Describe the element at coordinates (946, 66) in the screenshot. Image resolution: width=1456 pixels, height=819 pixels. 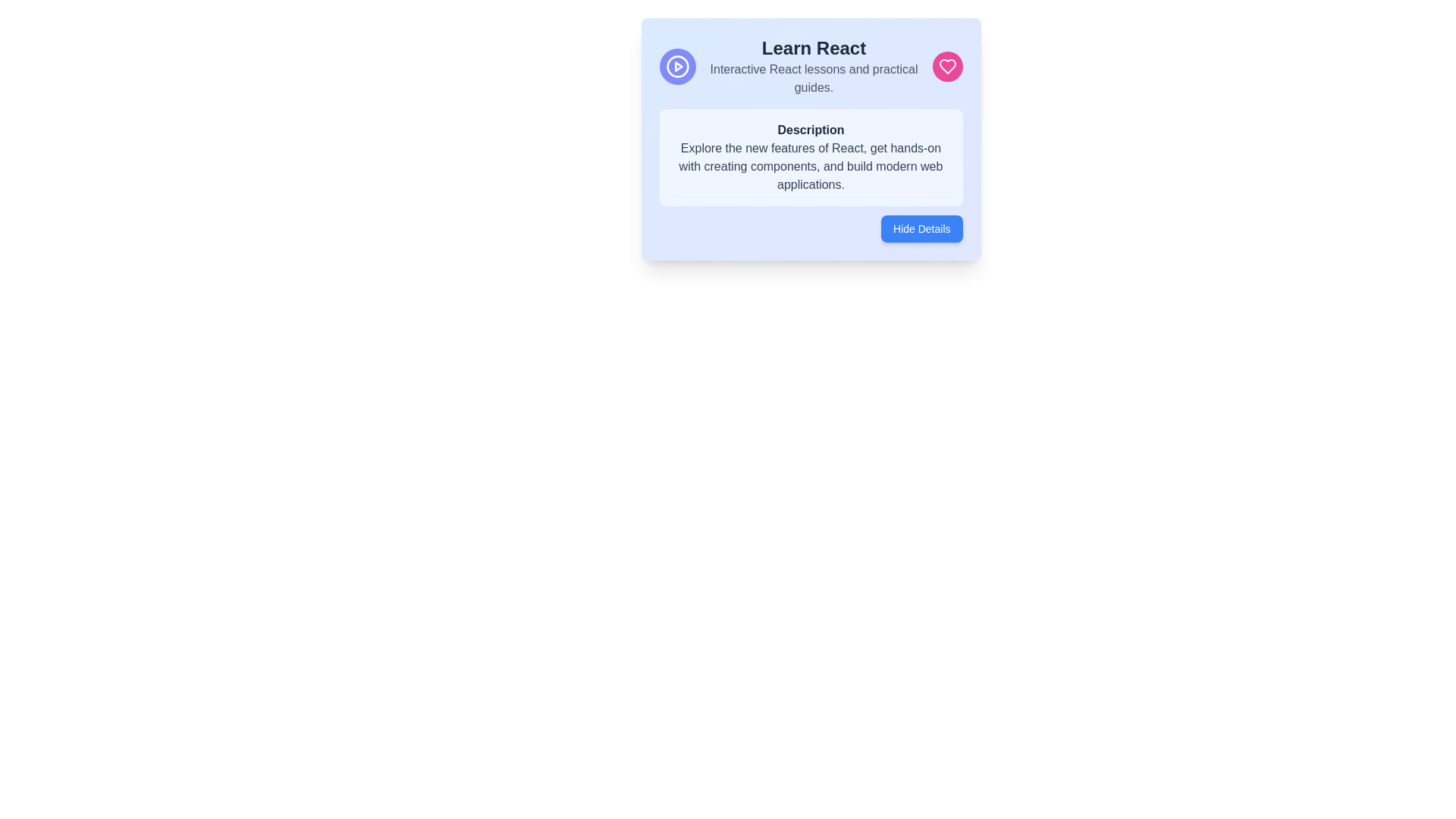
I see `the heart icon within the pink circular button to observe any interactive feedback` at that location.